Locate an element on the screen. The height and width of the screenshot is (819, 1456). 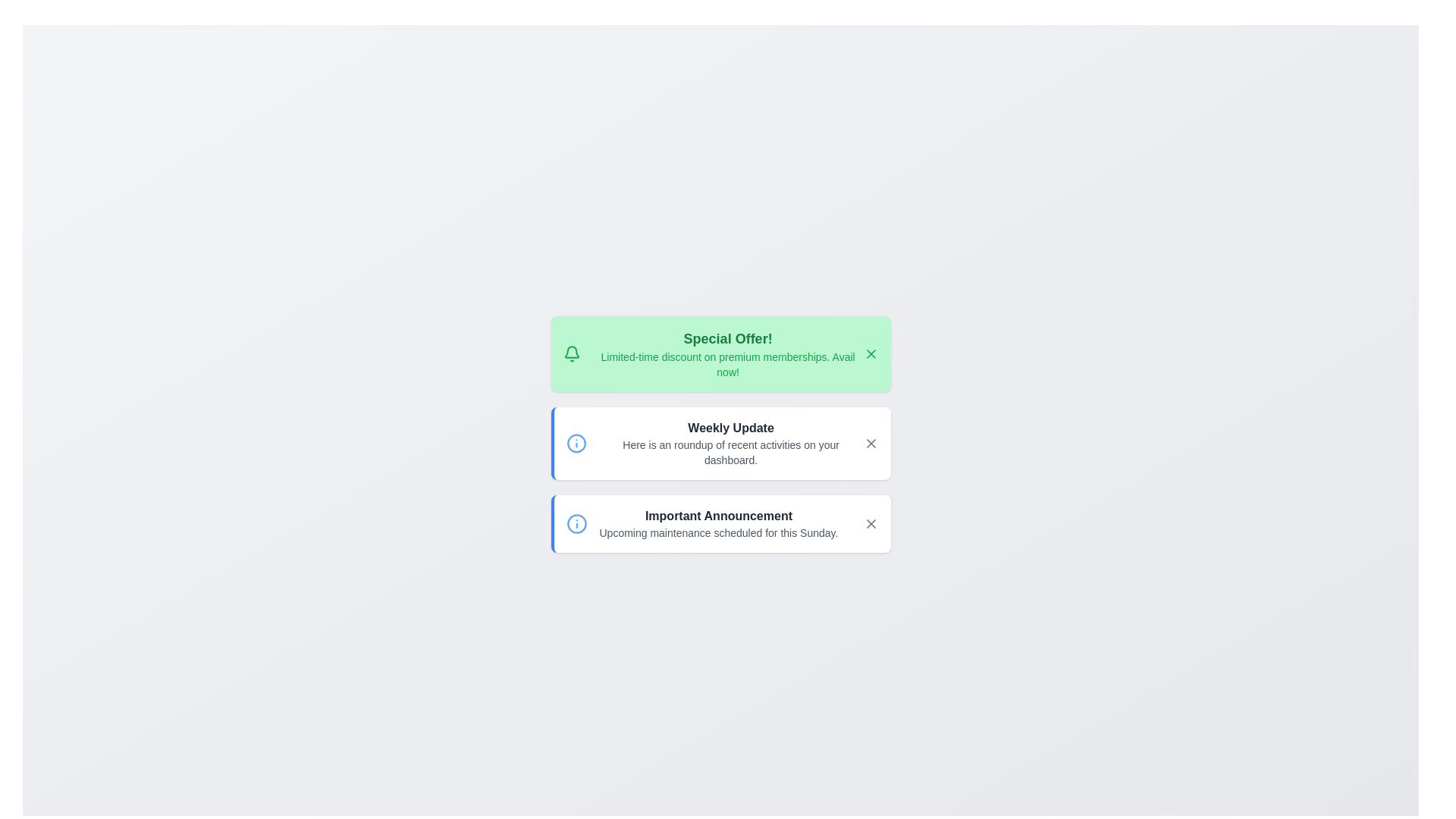
the alert icon corresponding to Weekly Update to inspect its information is located at coordinates (576, 444).